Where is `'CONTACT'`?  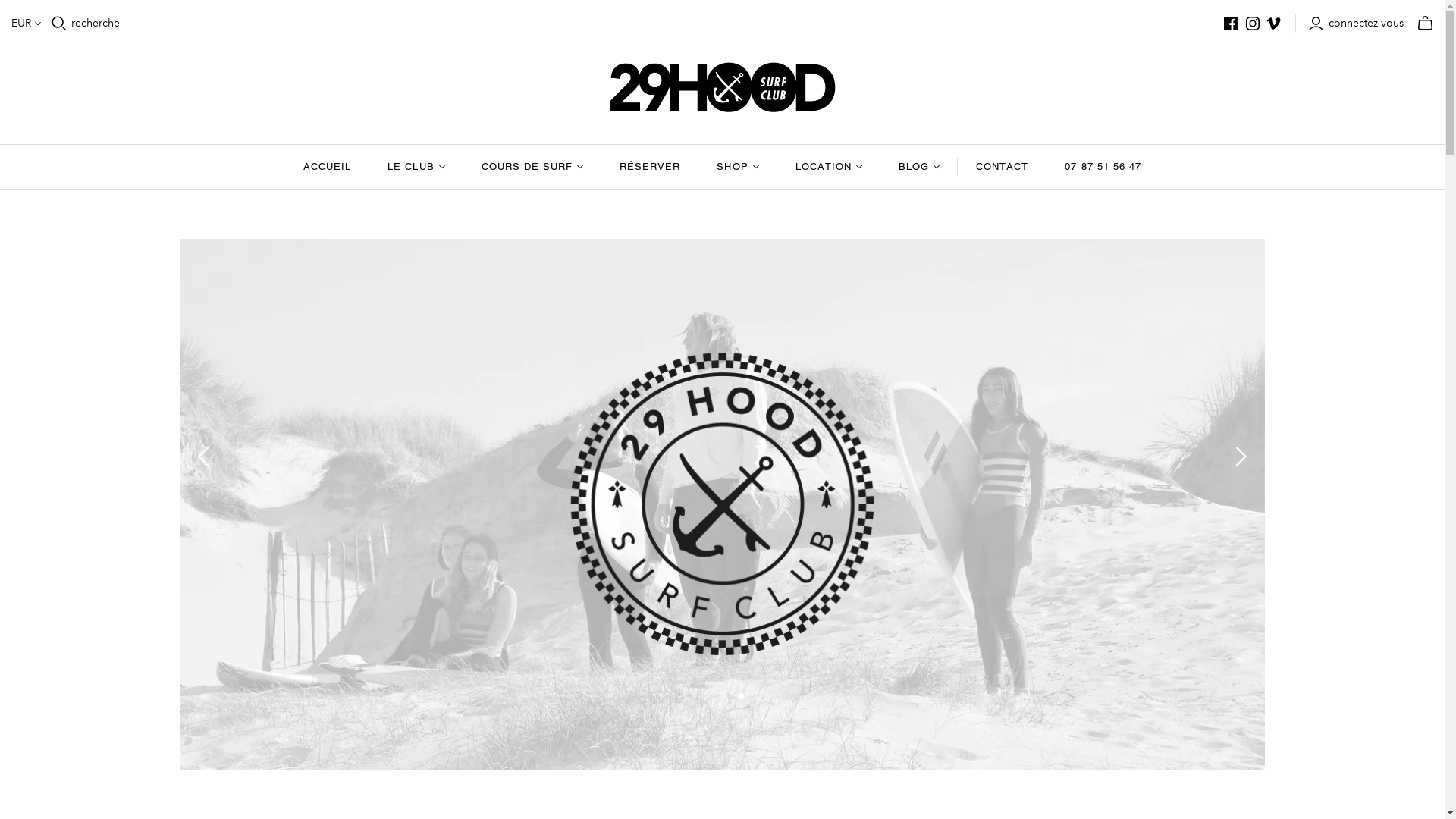
'CONTACT' is located at coordinates (1002, 166).